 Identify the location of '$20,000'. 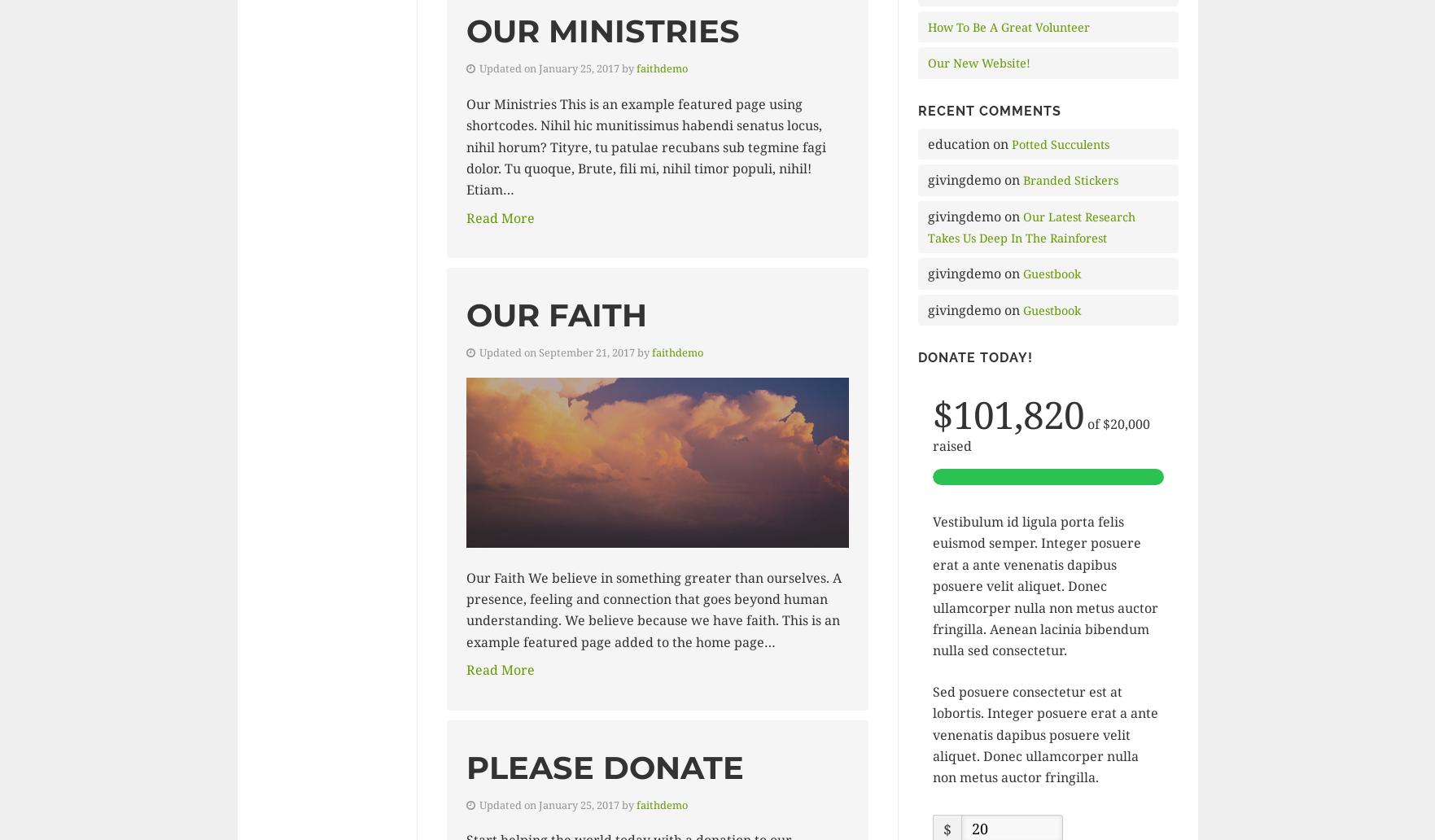
(1125, 423).